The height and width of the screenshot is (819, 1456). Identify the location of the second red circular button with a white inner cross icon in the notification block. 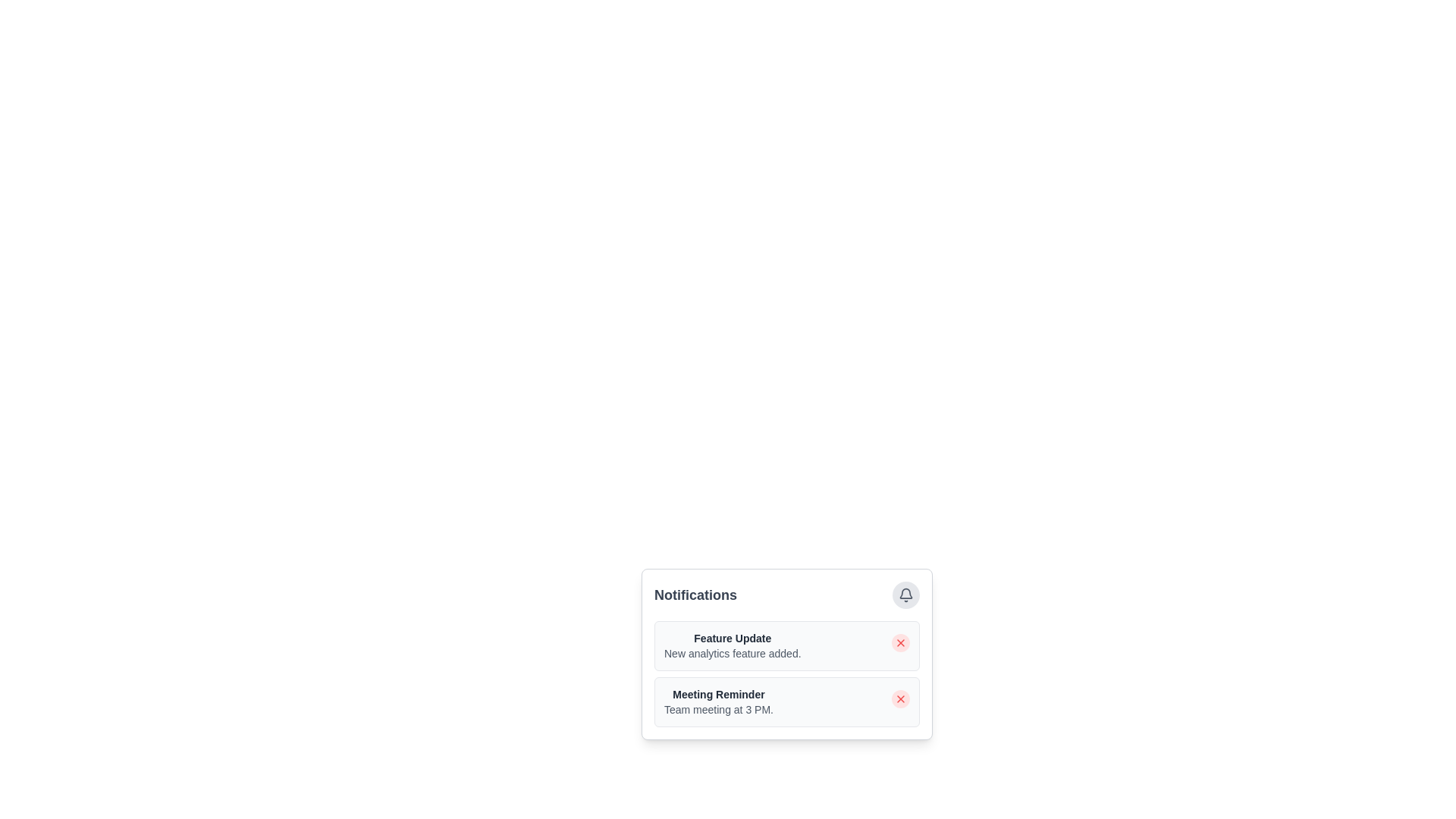
(901, 698).